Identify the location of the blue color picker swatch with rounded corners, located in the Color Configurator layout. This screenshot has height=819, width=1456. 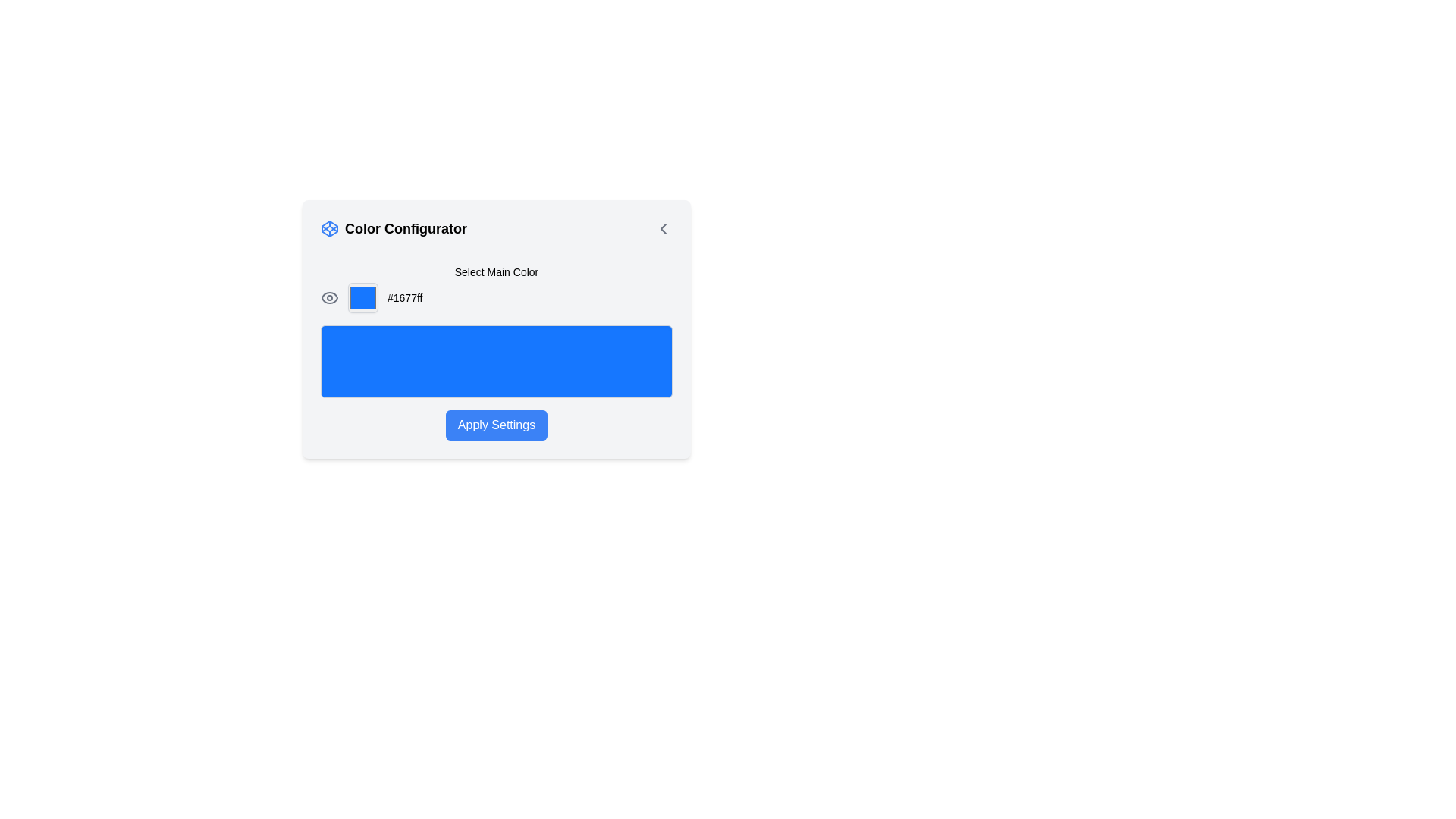
(362, 298).